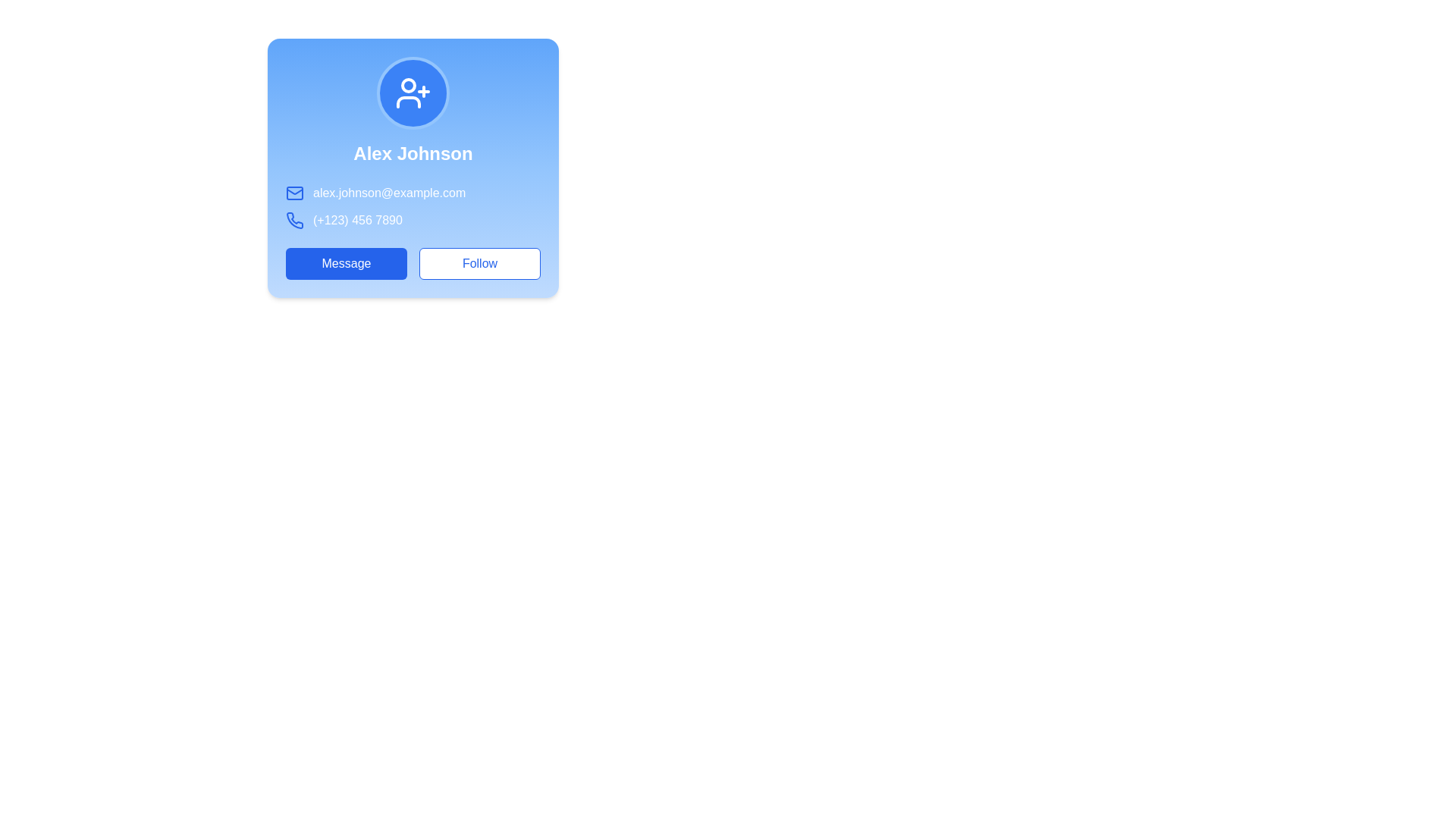 Image resolution: width=1456 pixels, height=819 pixels. I want to click on the Text Label that displays the name 'Alex Johnson', which is centrally aligned below the icon and above the contact details section, so click(413, 154).